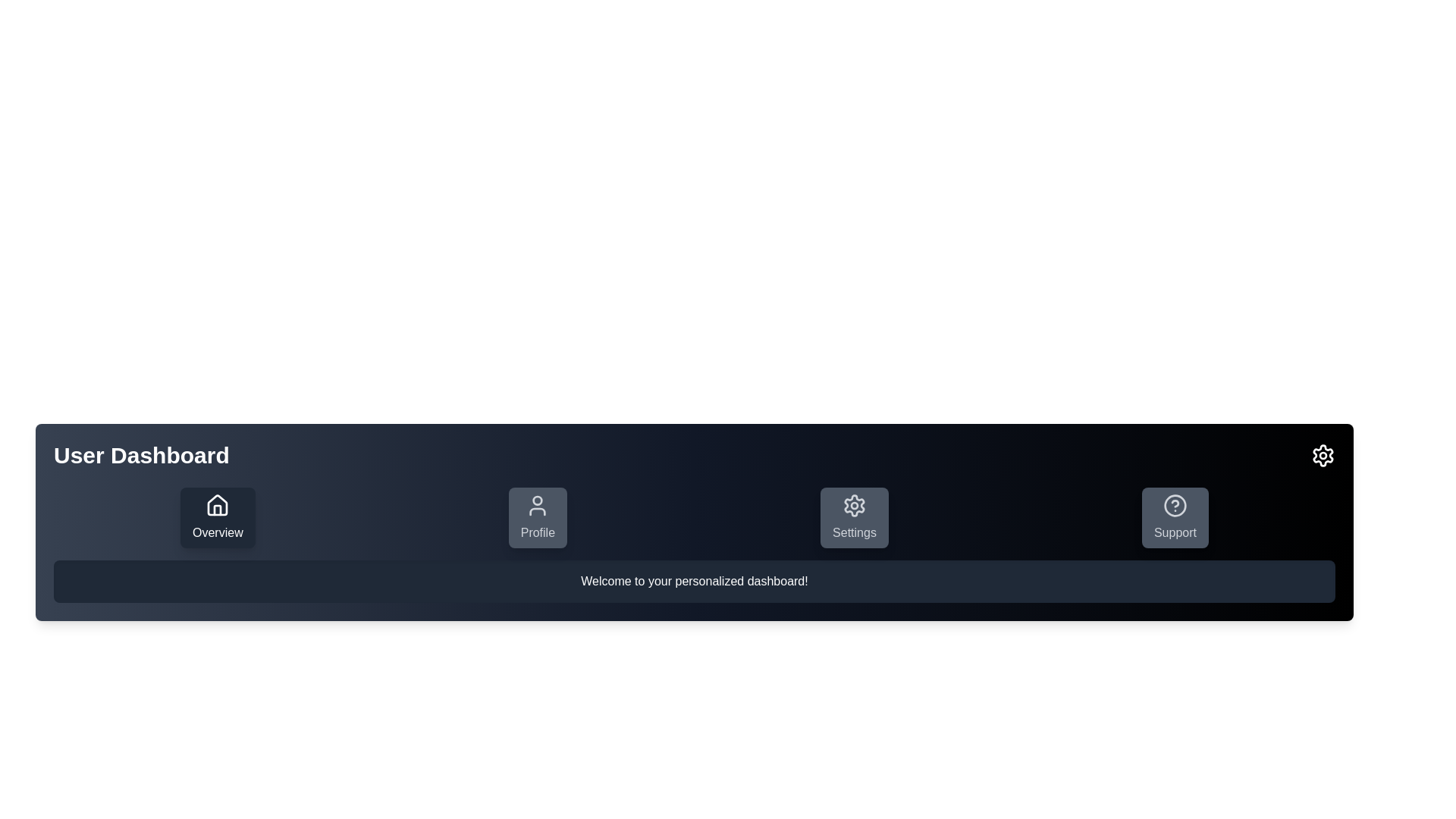 Image resolution: width=1456 pixels, height=819 pixels. Describe the element at coordinates (1175, 516) in the screenshot. I see `the 'Support' navigation button located at the bottom center of the user interface` at that location.